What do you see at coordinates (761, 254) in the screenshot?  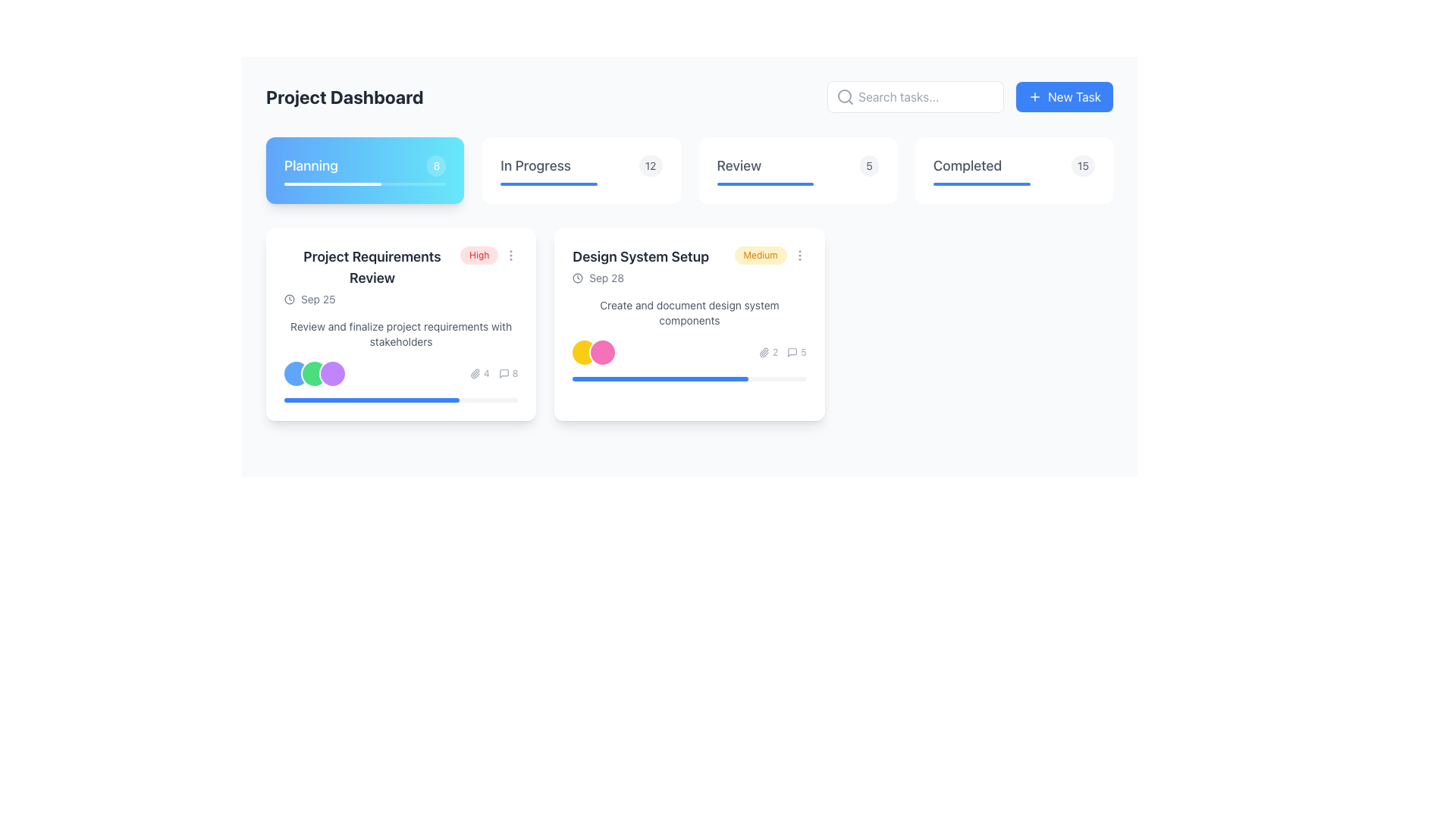 I see `the pill-shaped label containing the text 'Medium' with a light amber background, located at the top-right corner of the 'Design System Setup' card` at bounding box center [761, 254].